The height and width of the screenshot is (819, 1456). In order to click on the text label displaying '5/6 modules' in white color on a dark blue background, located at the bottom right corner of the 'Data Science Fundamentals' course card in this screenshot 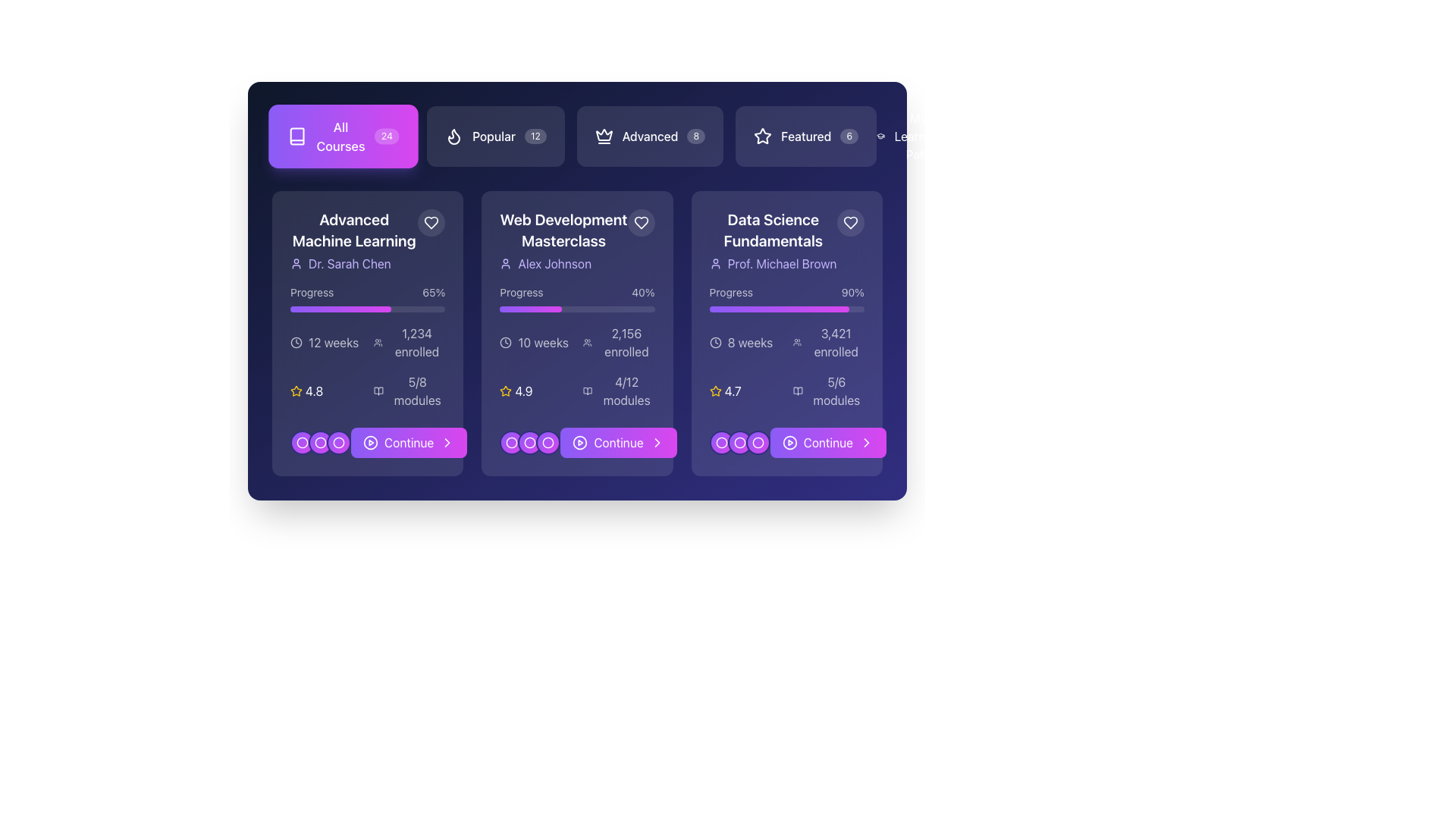, I will do `click(836, 391)`.